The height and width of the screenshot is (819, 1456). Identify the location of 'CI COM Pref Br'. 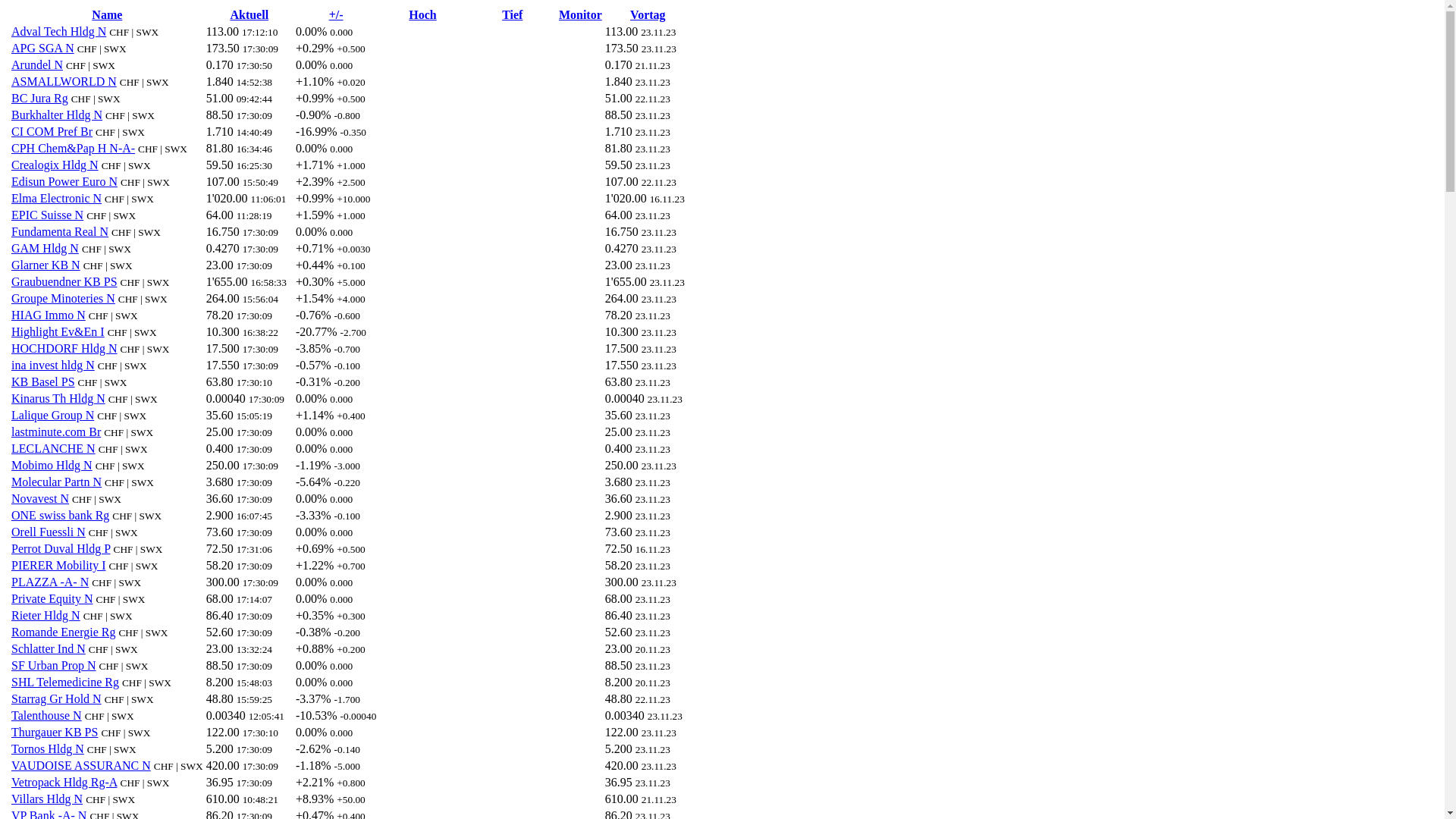
(52, 130).